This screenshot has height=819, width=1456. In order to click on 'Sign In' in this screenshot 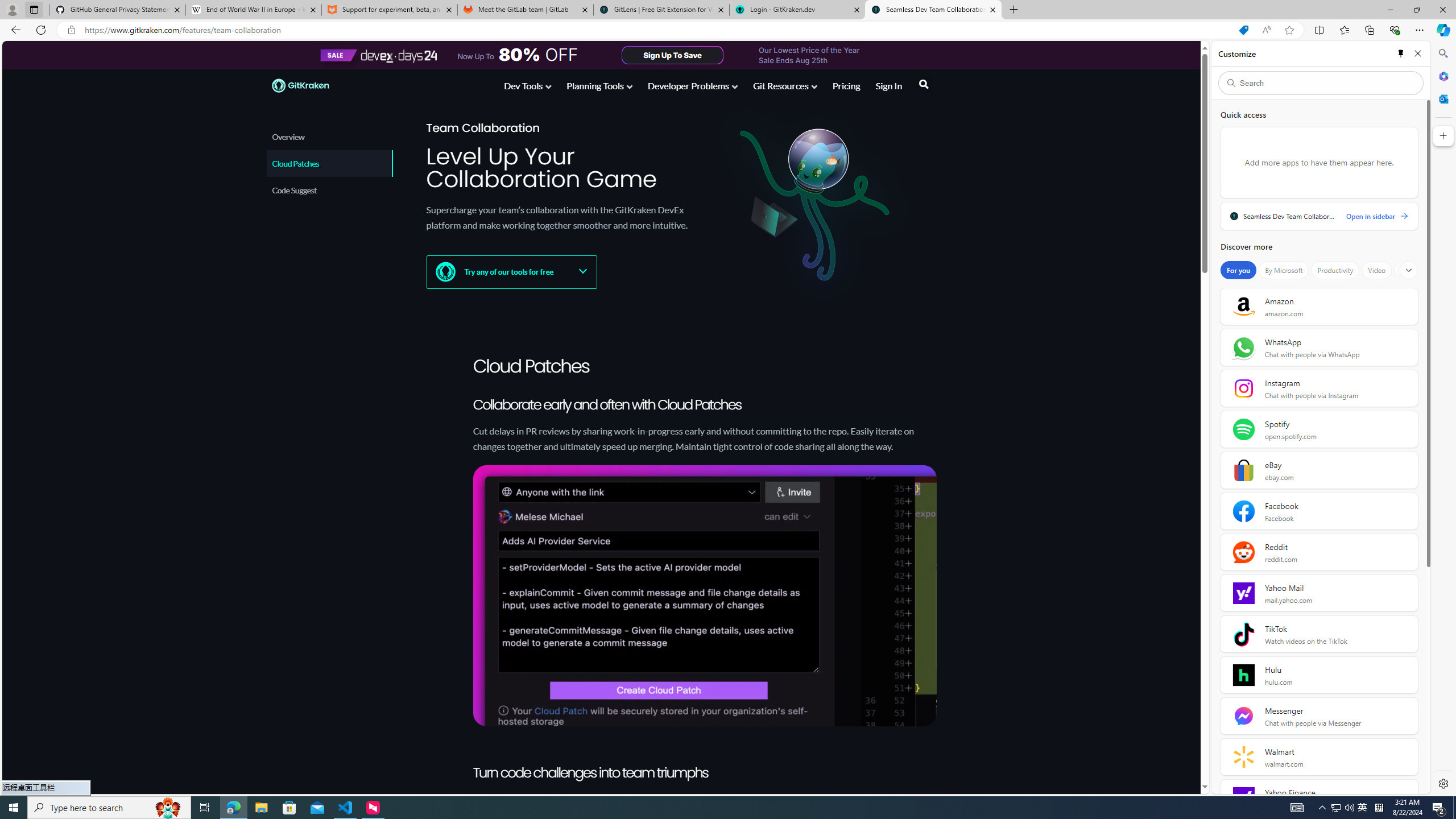, I will do `click(888, 87)`.